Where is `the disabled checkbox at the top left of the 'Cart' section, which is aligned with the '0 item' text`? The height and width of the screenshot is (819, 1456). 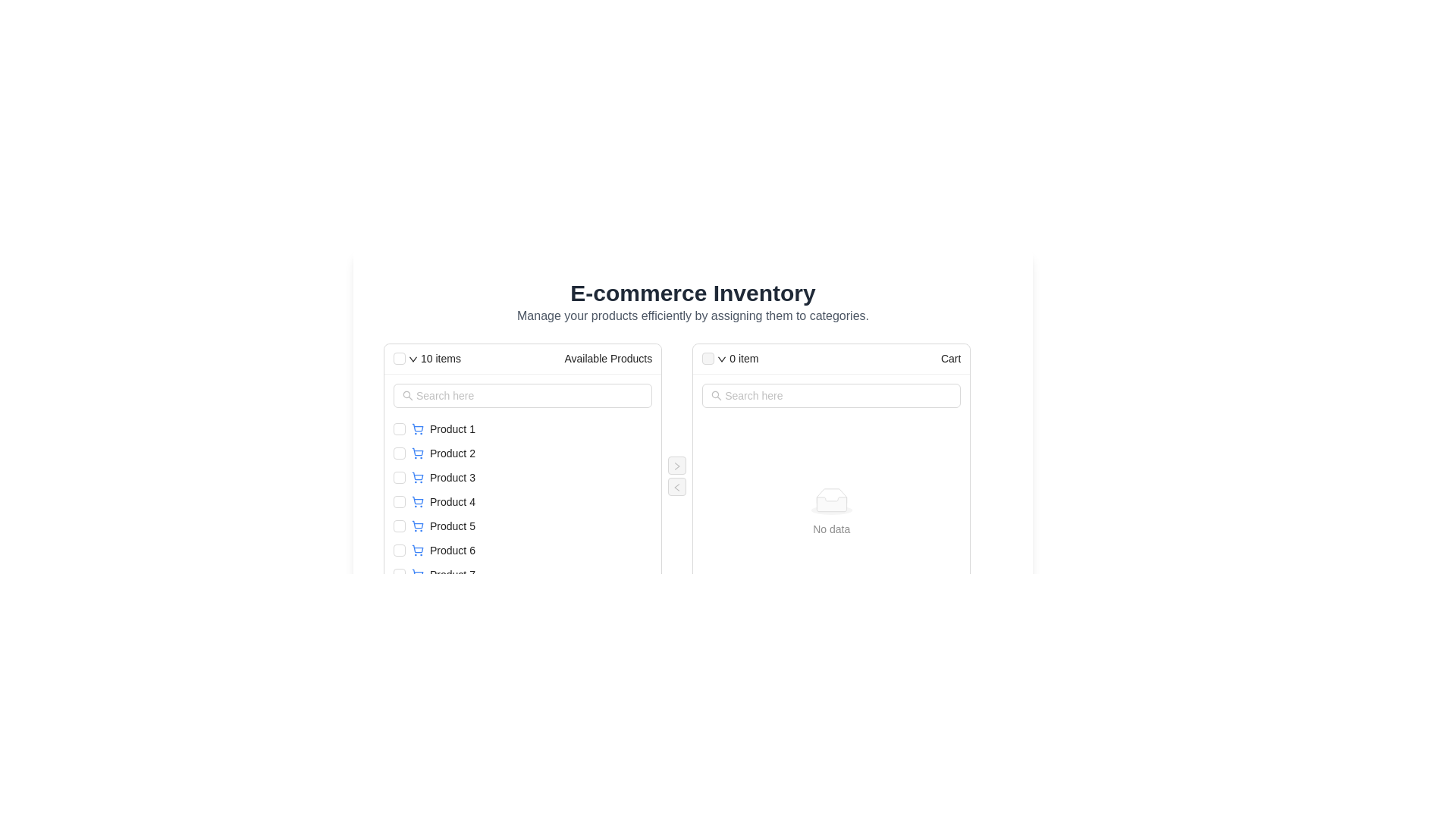 the disabled checkbox at the top left of the 'Cart' section, which is aligned with the '0 item' text is located at coordinates (708, 359).